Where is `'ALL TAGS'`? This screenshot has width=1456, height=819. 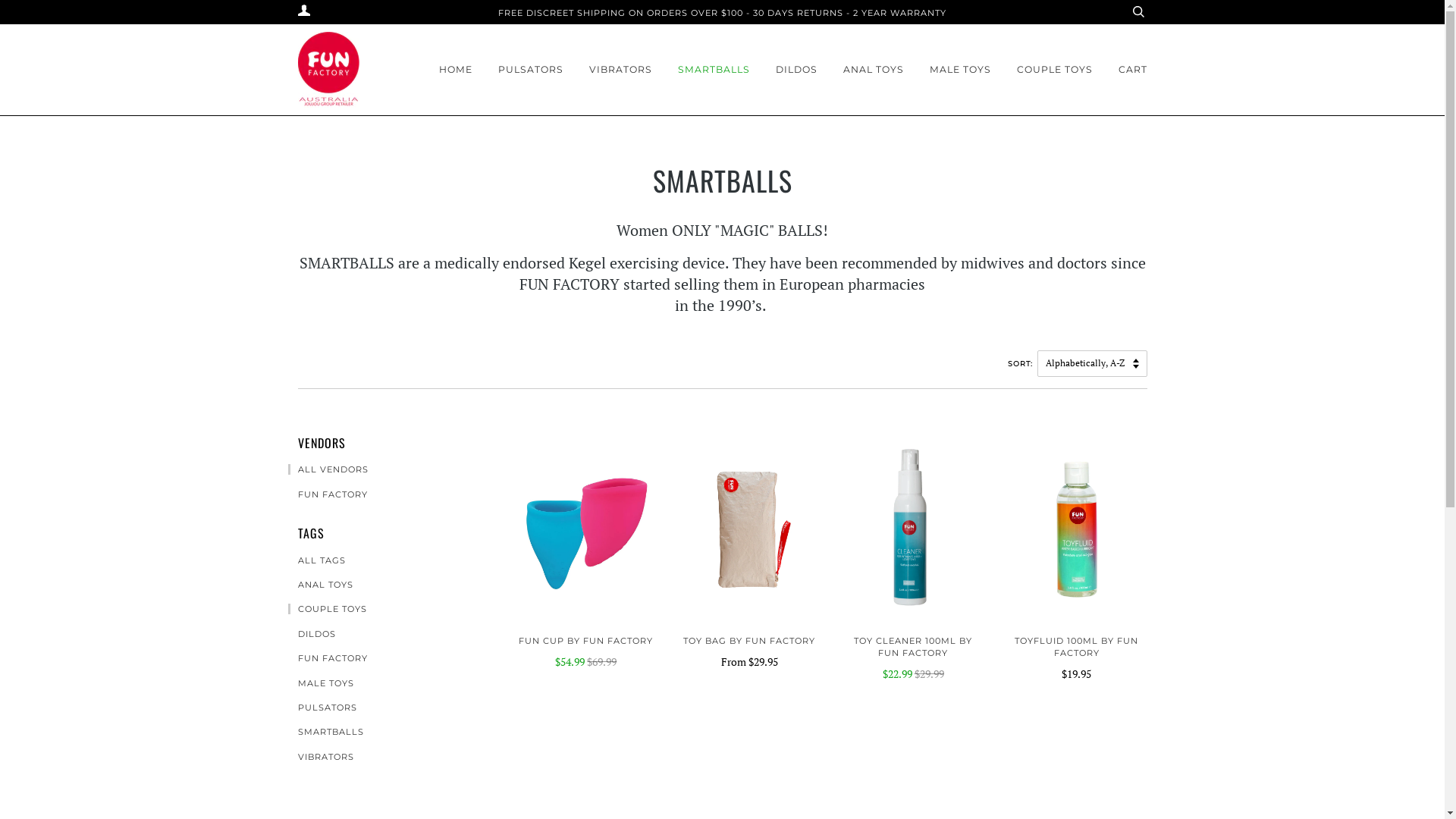 'ALL TAGS' is located at coordinates (315, 560).